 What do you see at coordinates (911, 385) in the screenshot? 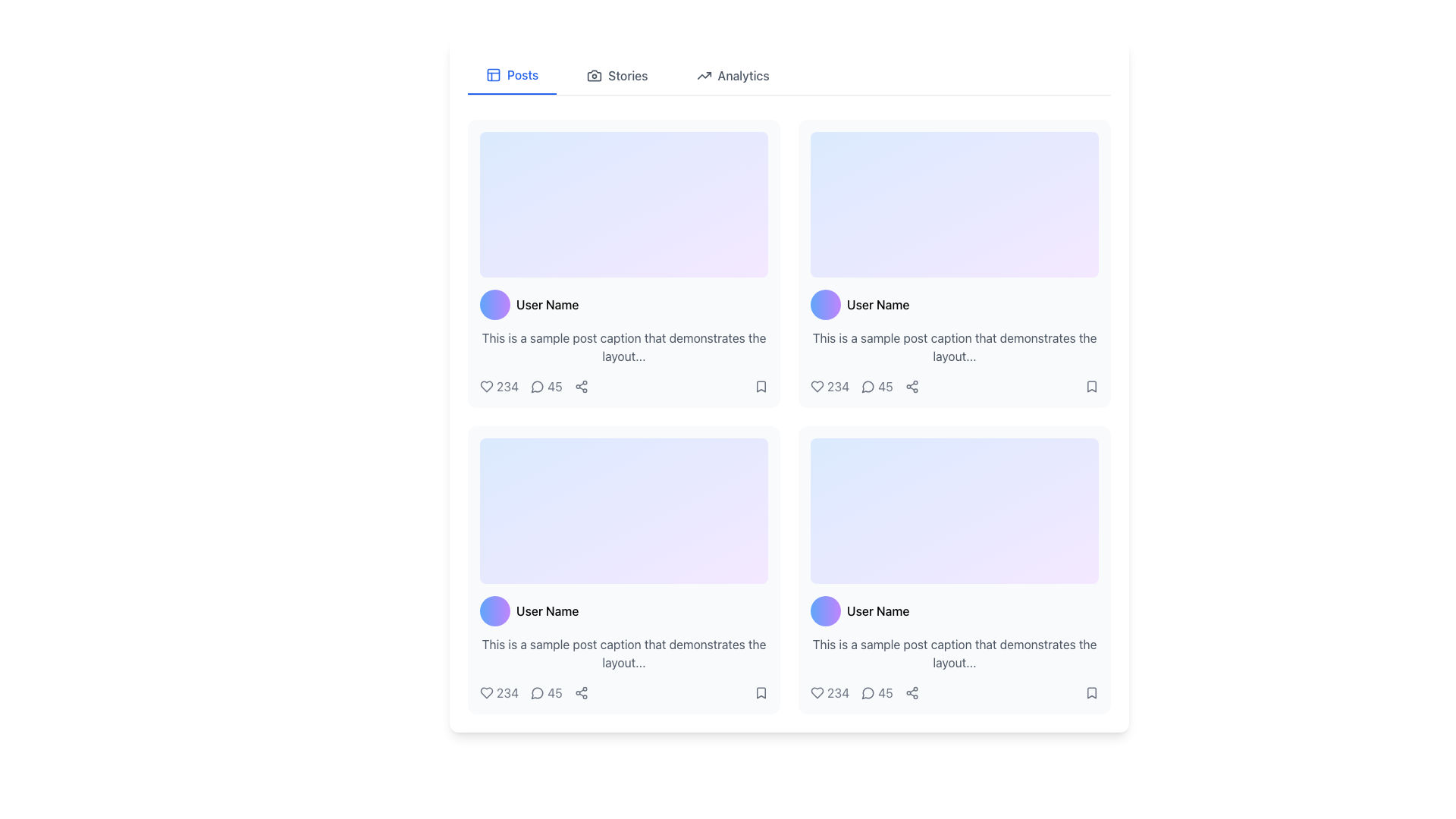
I see `the icon button located in the bottom-right corner of the post card to share the associated post` at bounding box center [911, 385].